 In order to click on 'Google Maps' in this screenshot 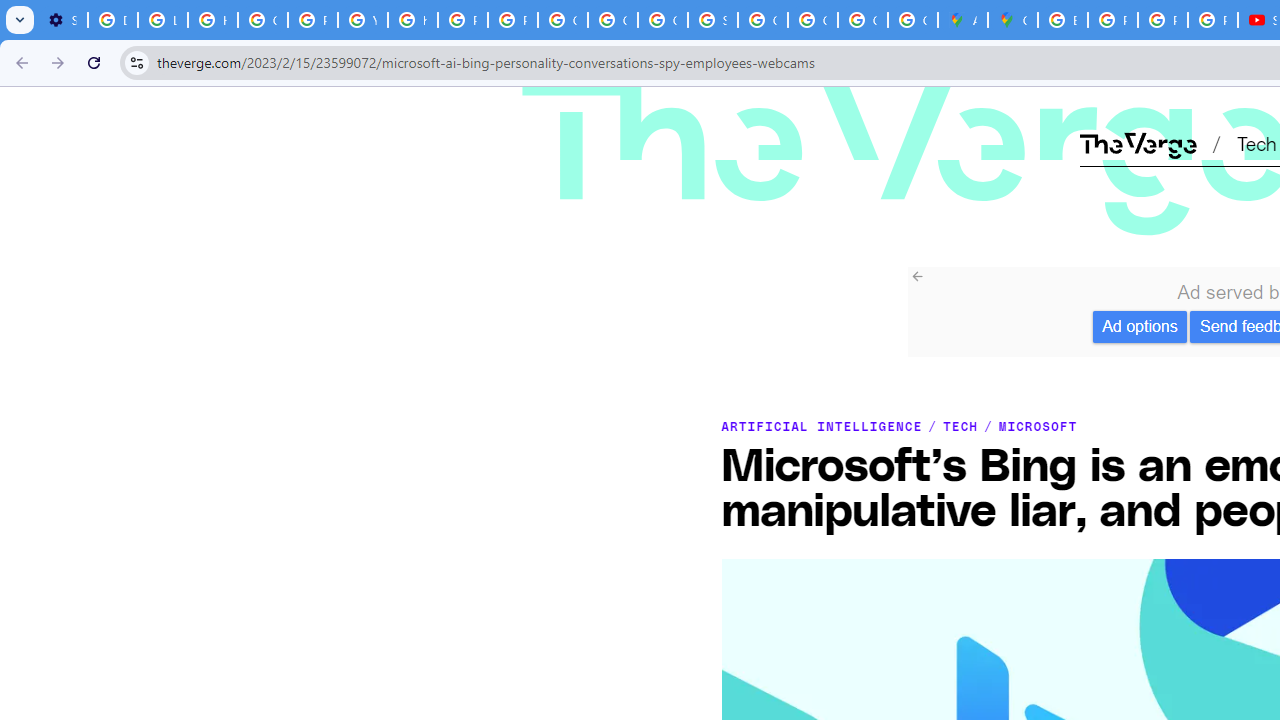, I will do `click(1013, 20)`.